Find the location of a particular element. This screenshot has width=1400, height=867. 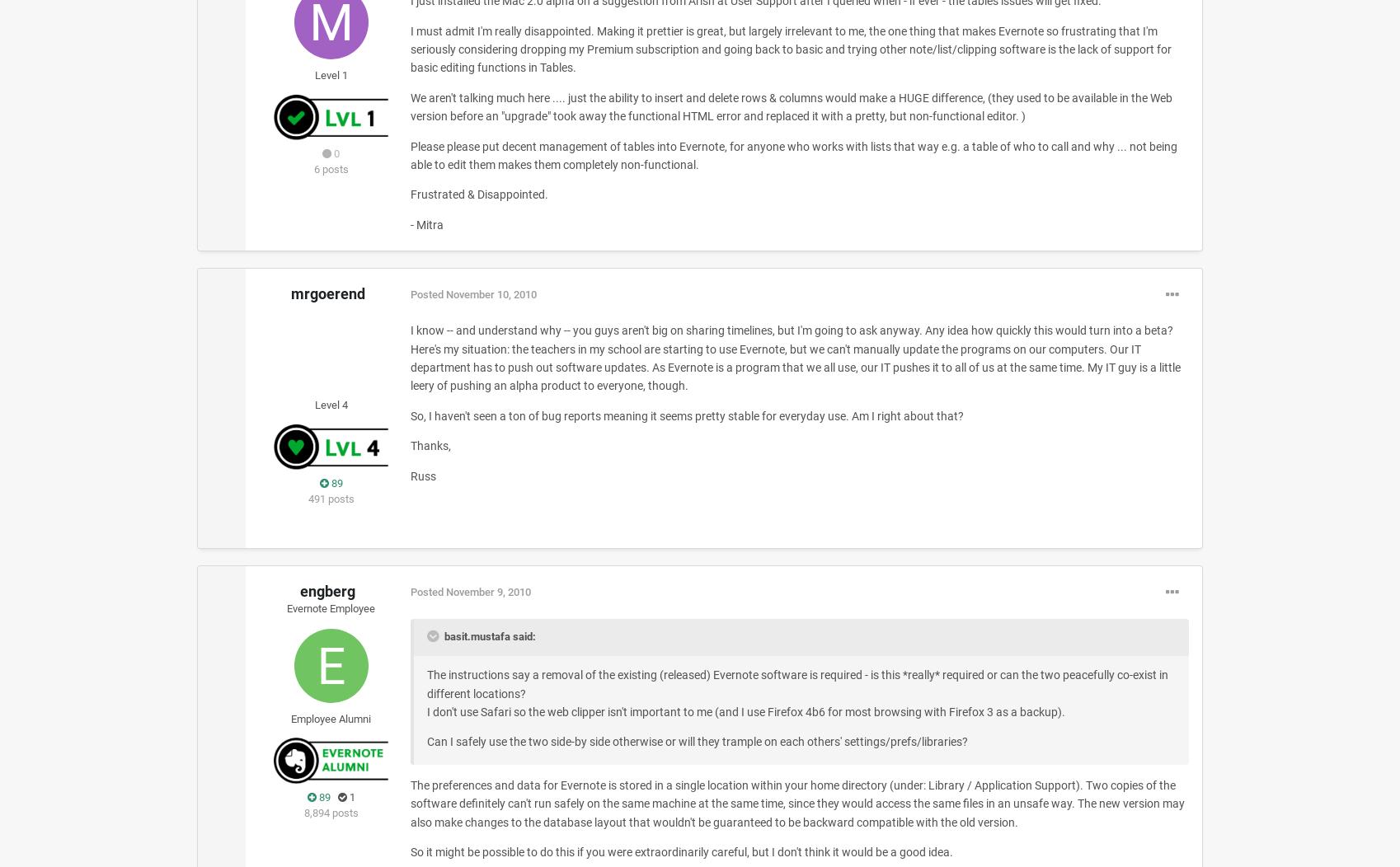

'- Mitra' is located at coordinates (409, 224).